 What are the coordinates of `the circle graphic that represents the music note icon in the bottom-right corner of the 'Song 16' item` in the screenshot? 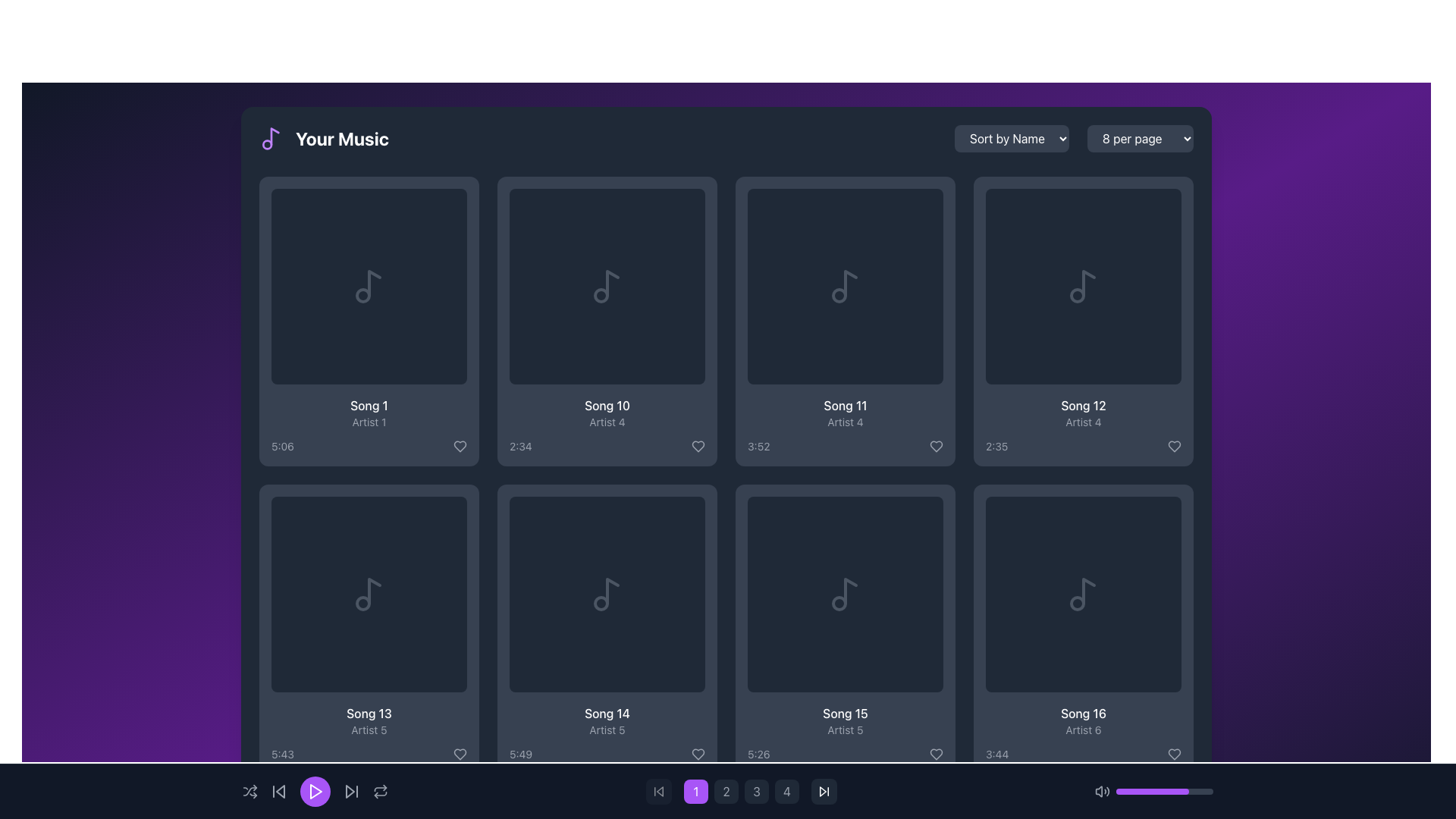 It's located at (1076, 602).